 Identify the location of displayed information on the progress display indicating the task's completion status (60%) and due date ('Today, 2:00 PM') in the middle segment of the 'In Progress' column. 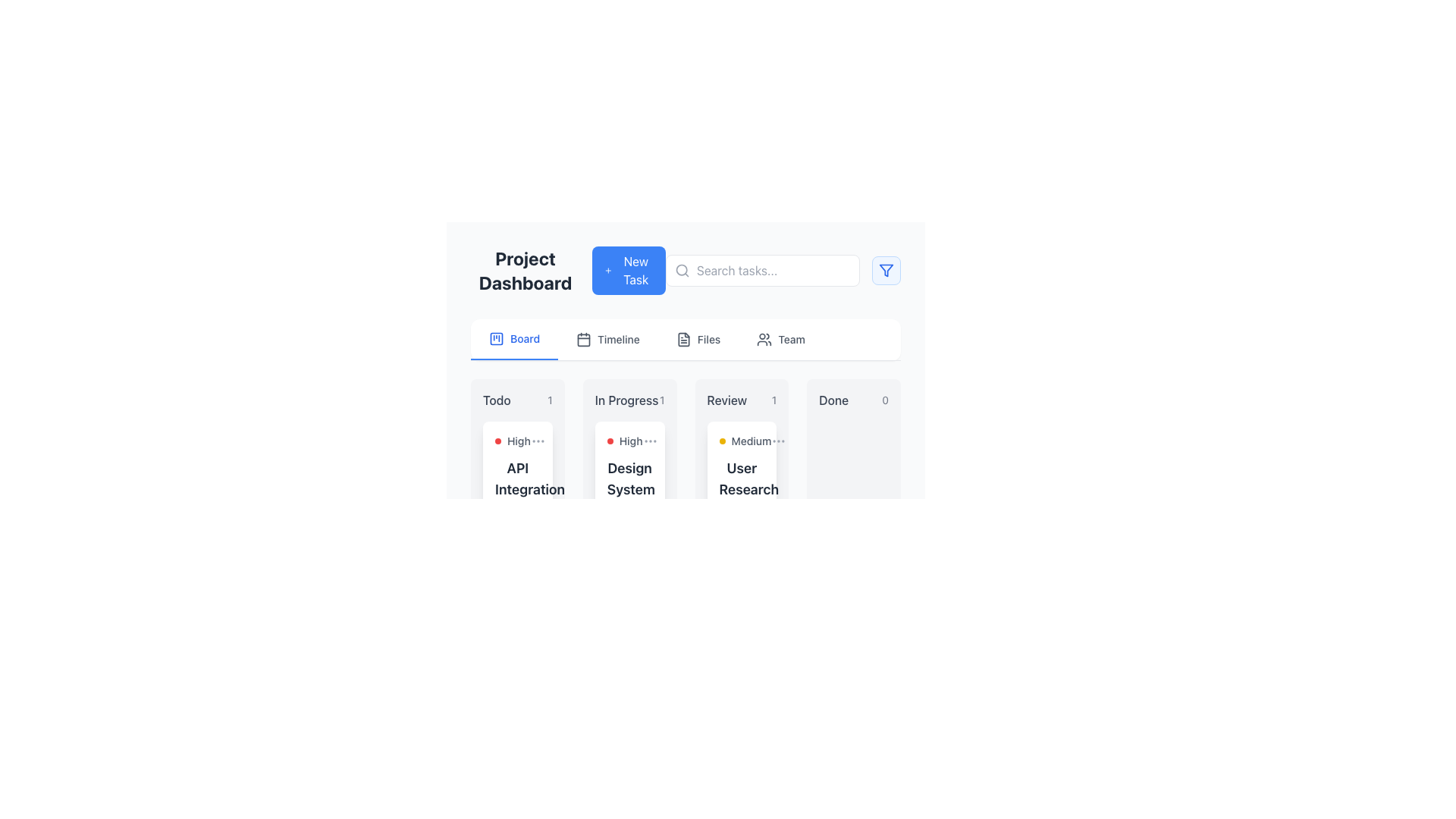
(629, 580).